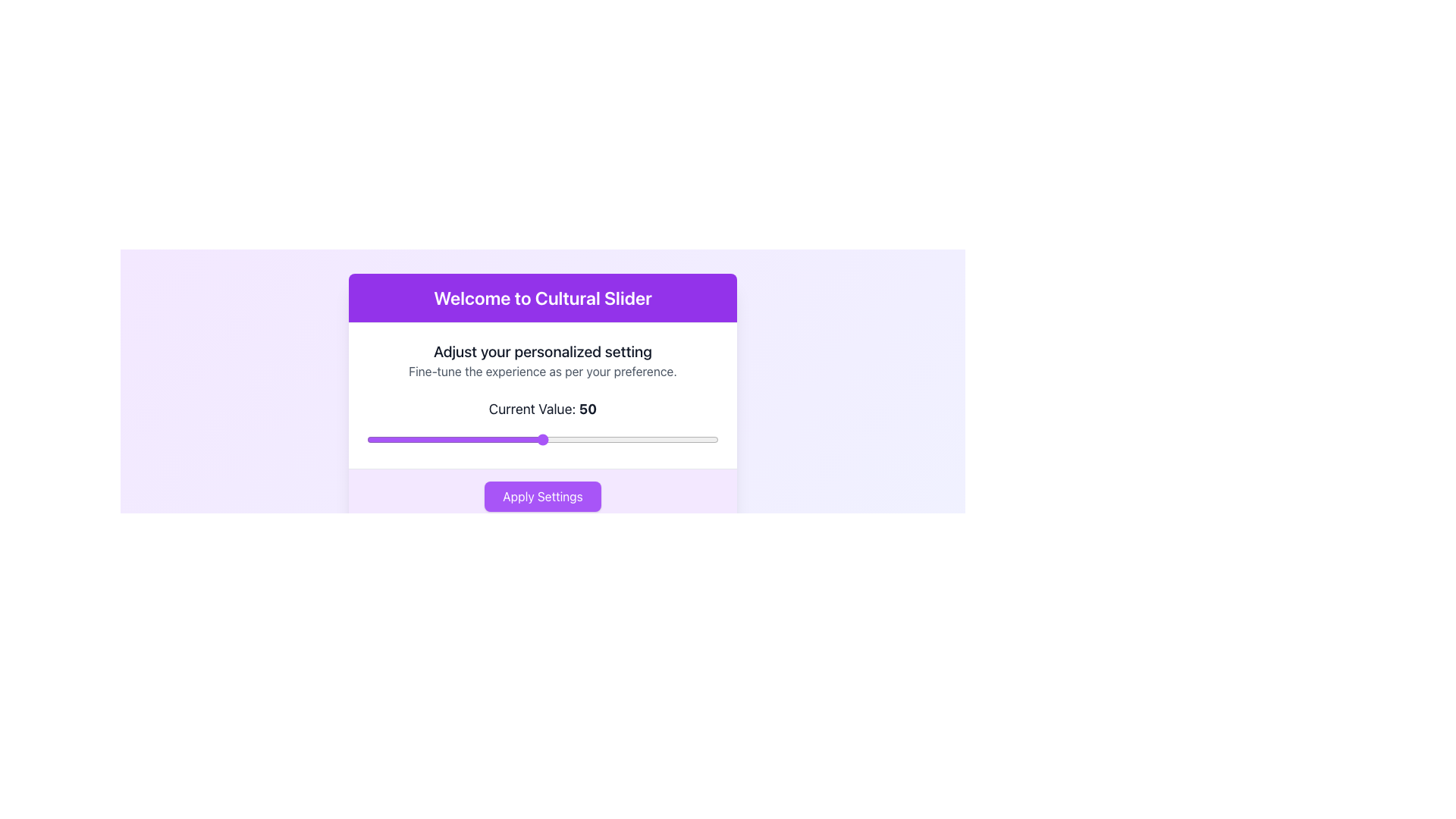 This screenshot has width=1456, height=819. I want to click on the slider, so click(494, 439).